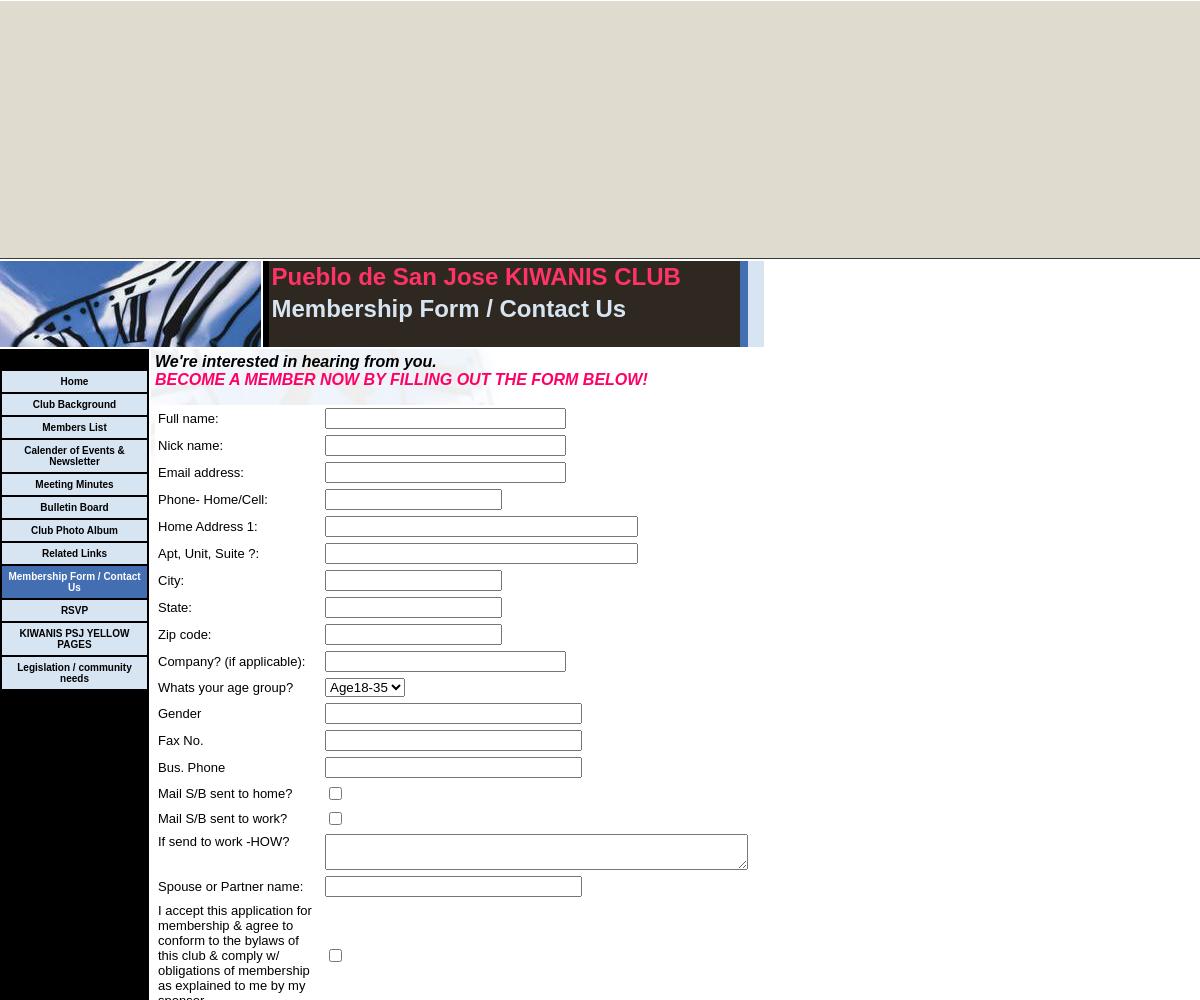  What do you see at coordinates (74, 404) in the screenshot?
I see `'Club Background'` at bounding box center [74, 404].